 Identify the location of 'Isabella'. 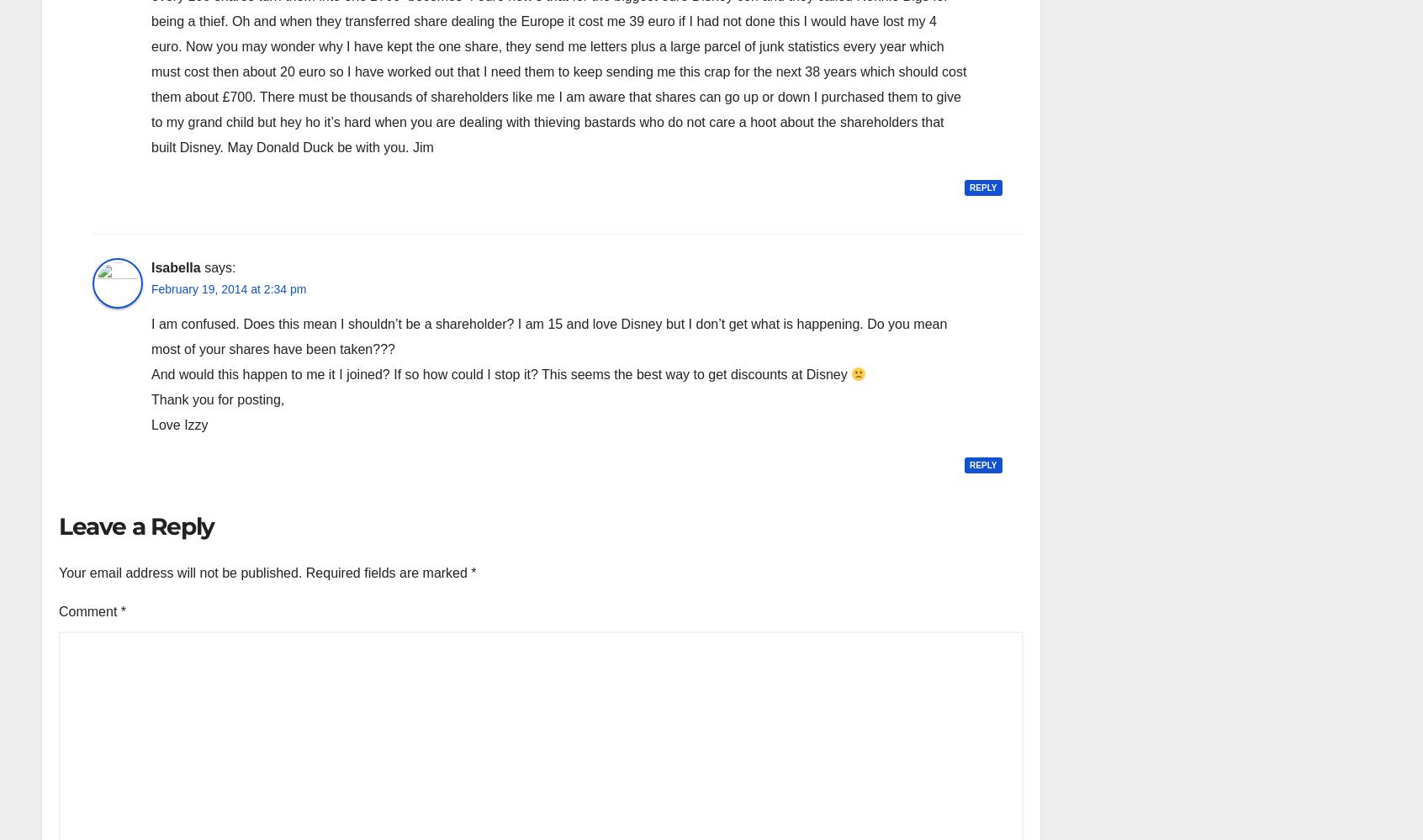
(174, 267).